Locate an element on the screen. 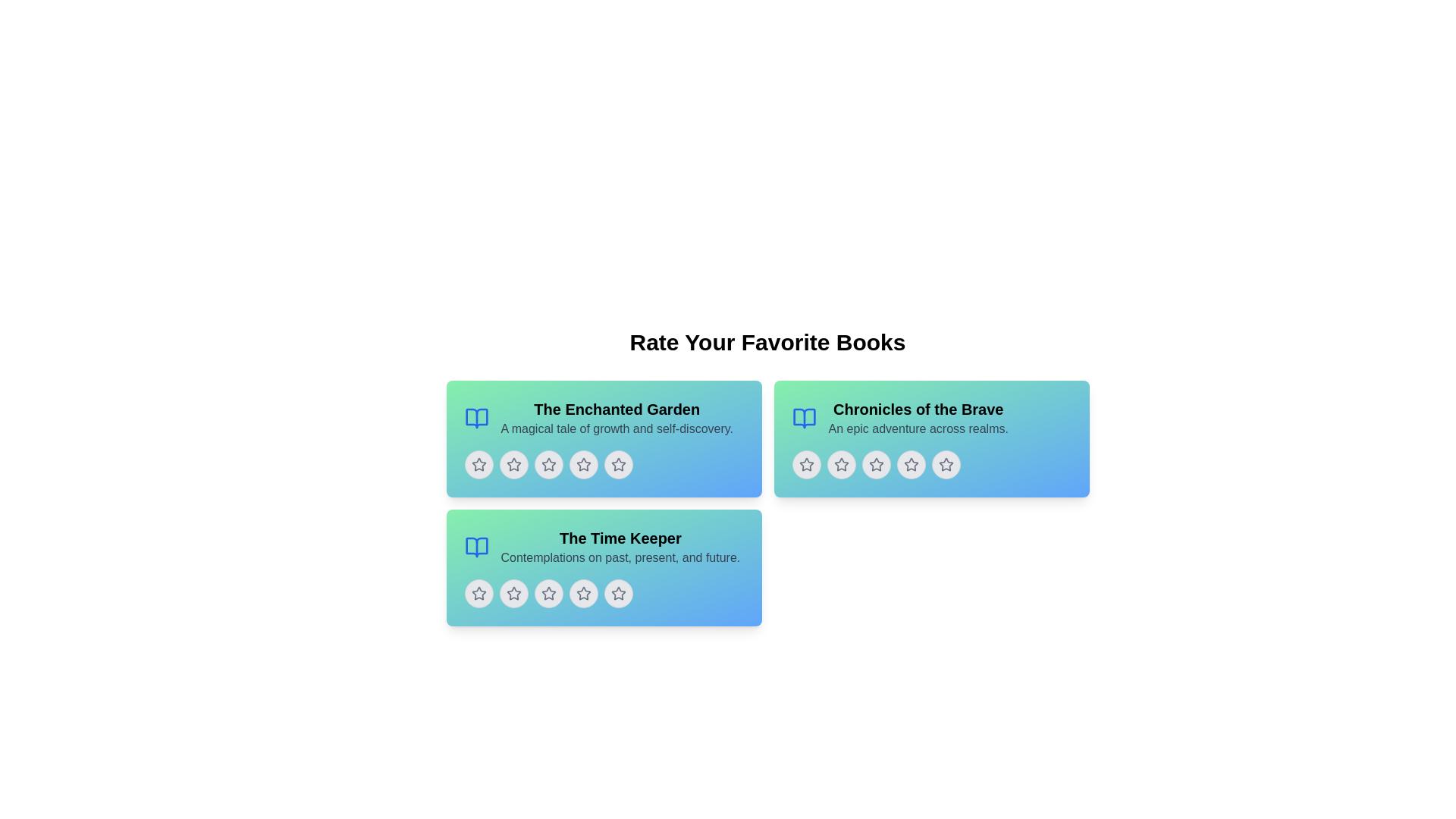 This screenshot has height=819, width=1456. the second star icon from the left in the rating system under the 'Chronicles of the Brave' card for accessibility purposes is located at coordinates (876, 463).